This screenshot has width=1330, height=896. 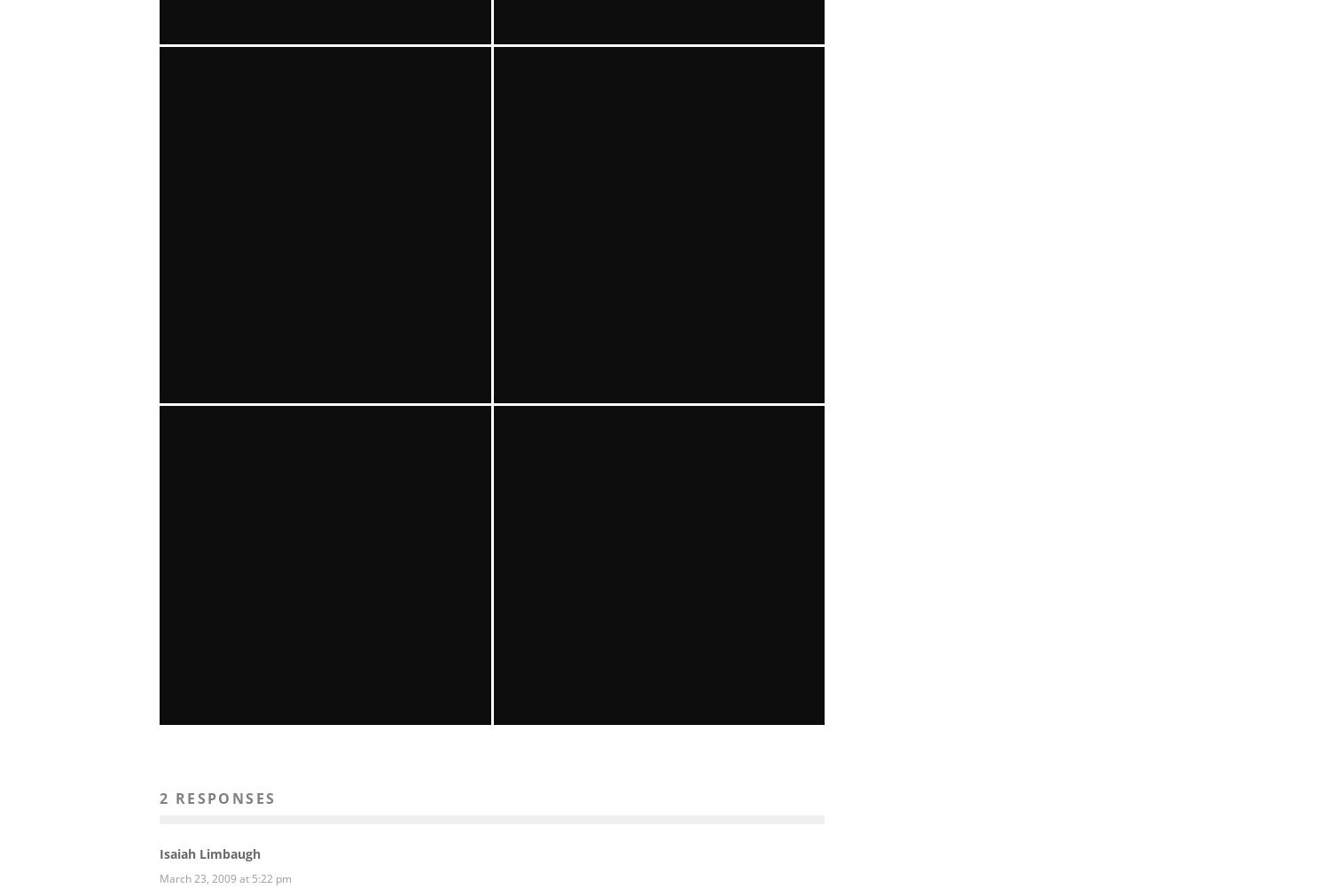 What do you see at coordinates (222, 794) in the screenshot?
I see `'Eric Farwell'` at bounding box center [222, 794].